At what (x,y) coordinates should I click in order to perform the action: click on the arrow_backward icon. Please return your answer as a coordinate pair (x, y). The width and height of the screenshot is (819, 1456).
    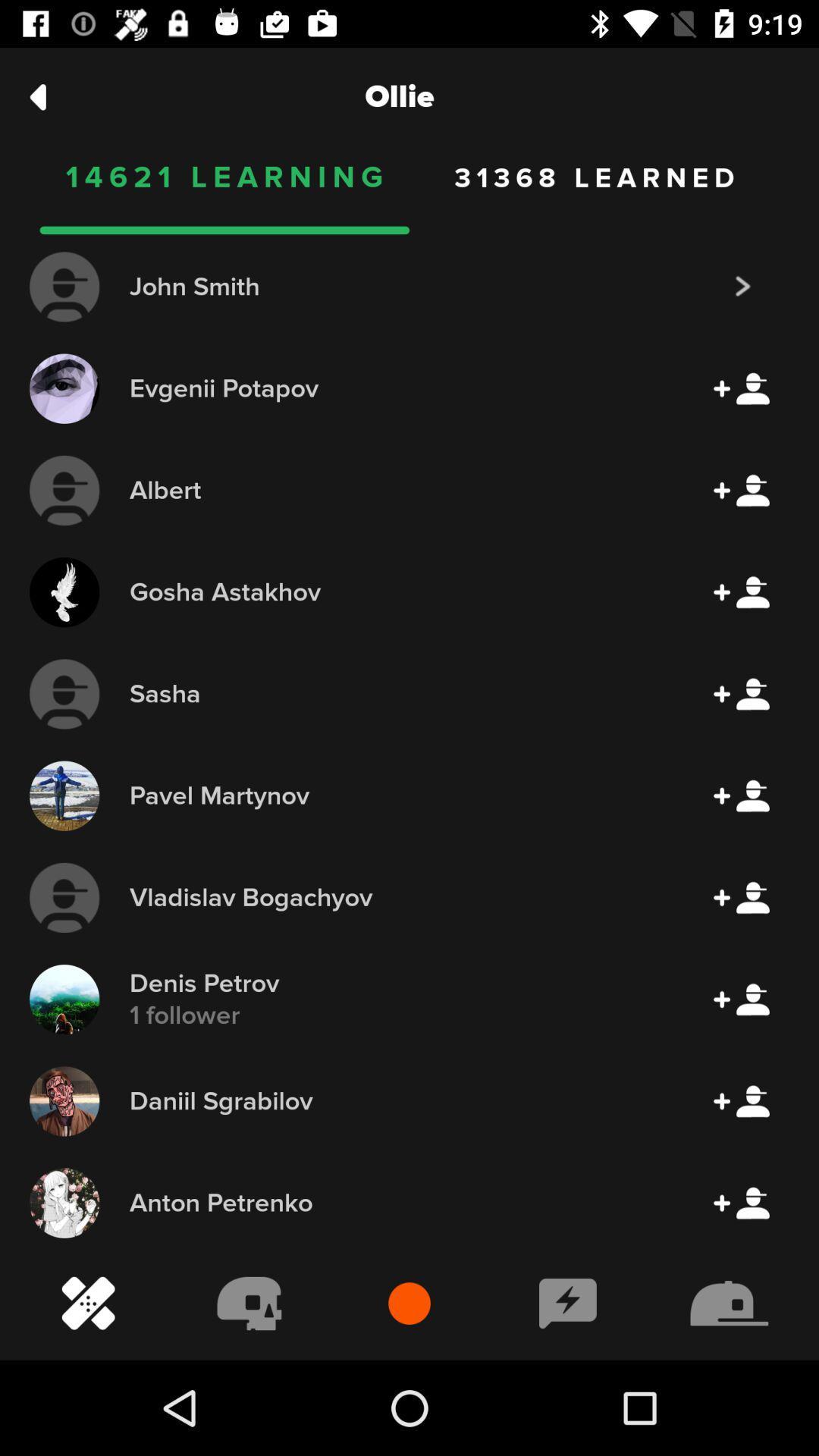
    Looking at the image, I should click on (37, 96).